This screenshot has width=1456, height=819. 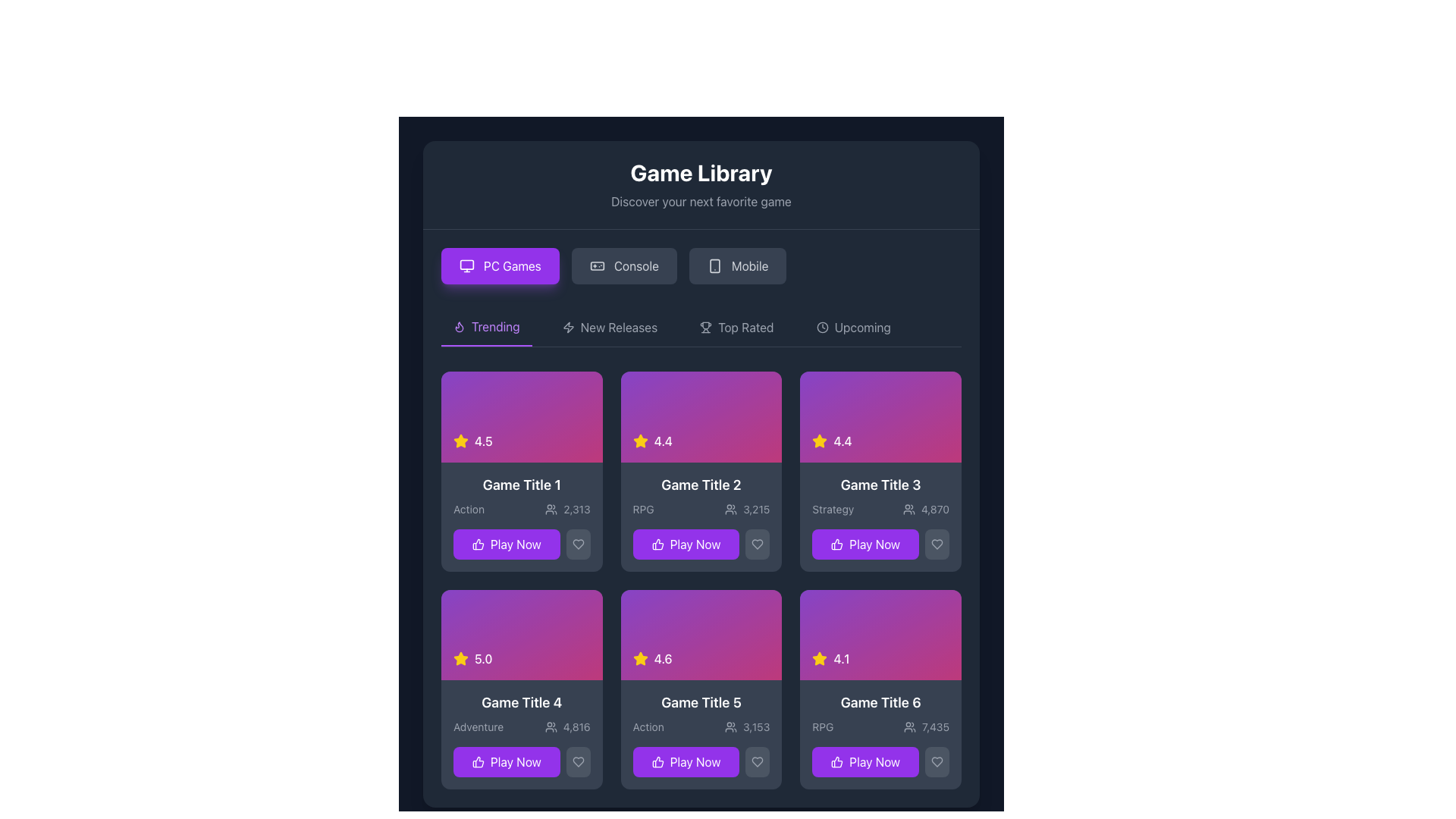 What do you see at coordinates (486, 327) in the screenshot?
I see `the 'Trending' button, which is the first item in the horizontal navigation menu below the 'Game Library' title` at bounding box center [486, 327].